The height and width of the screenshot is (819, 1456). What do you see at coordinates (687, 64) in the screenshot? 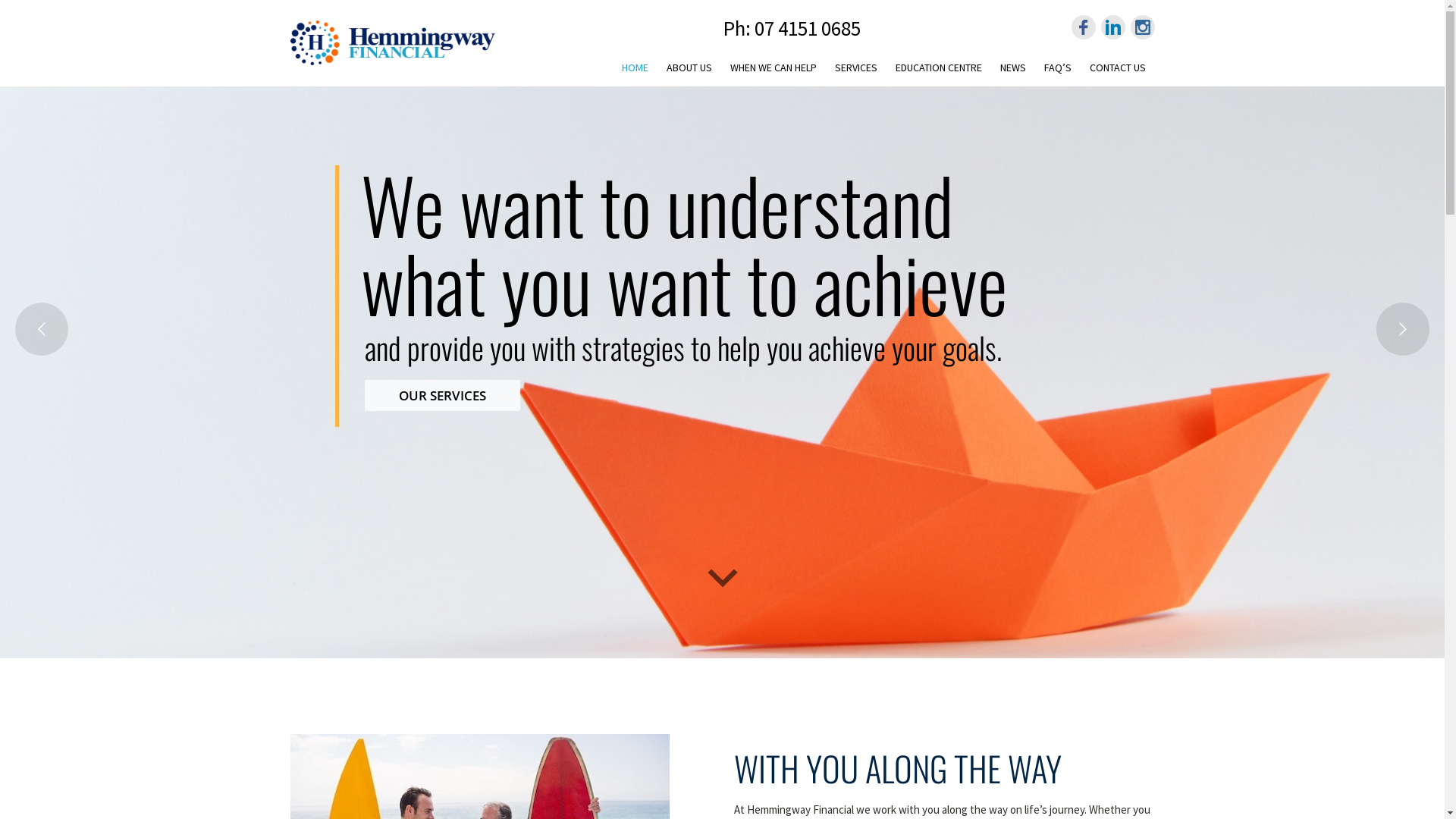
I see `'ABOUT US'` at bounding box center [687, 64].